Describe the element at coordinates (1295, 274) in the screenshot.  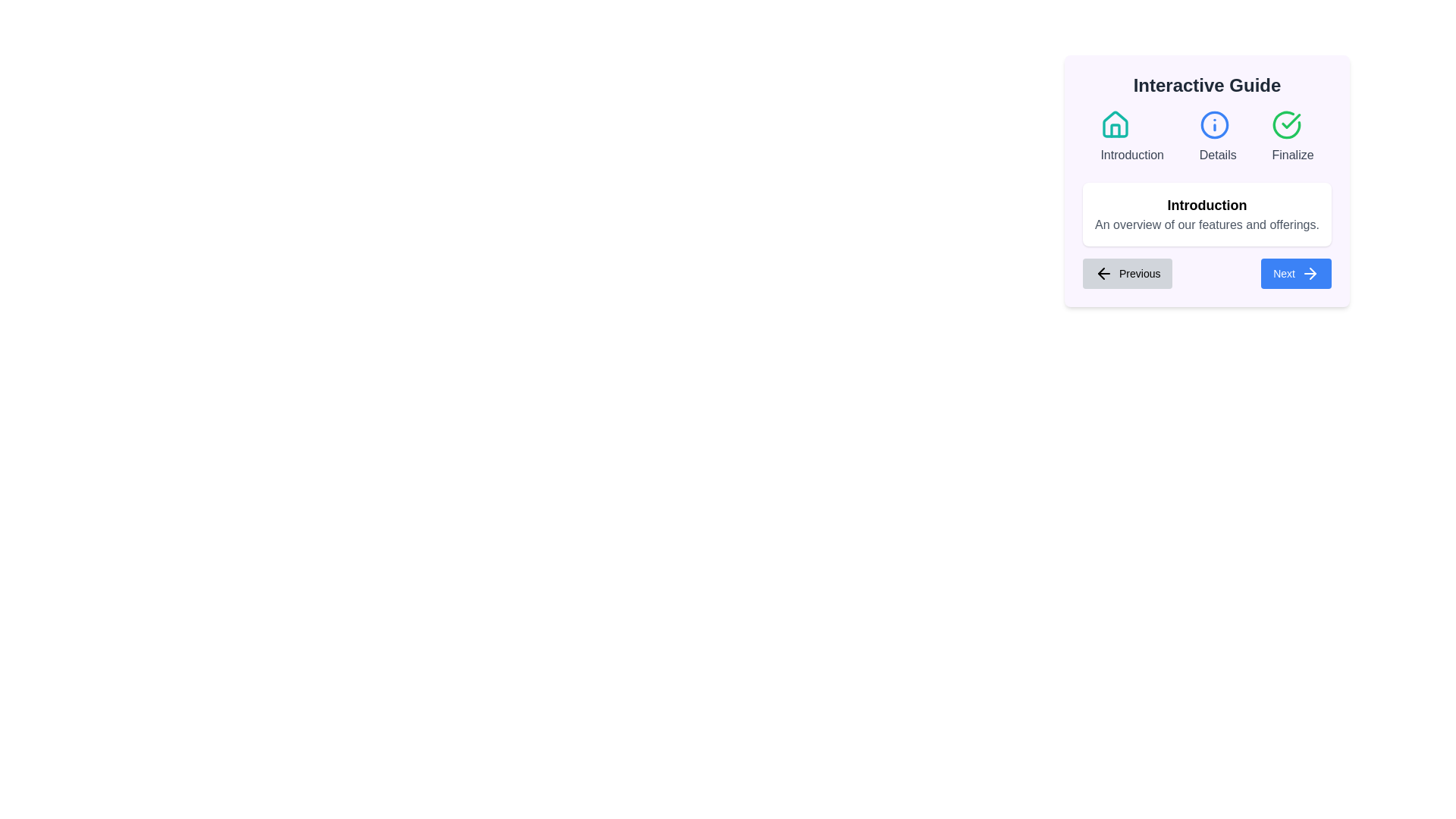
I see `the Next button to navigate through the steps` at that location.